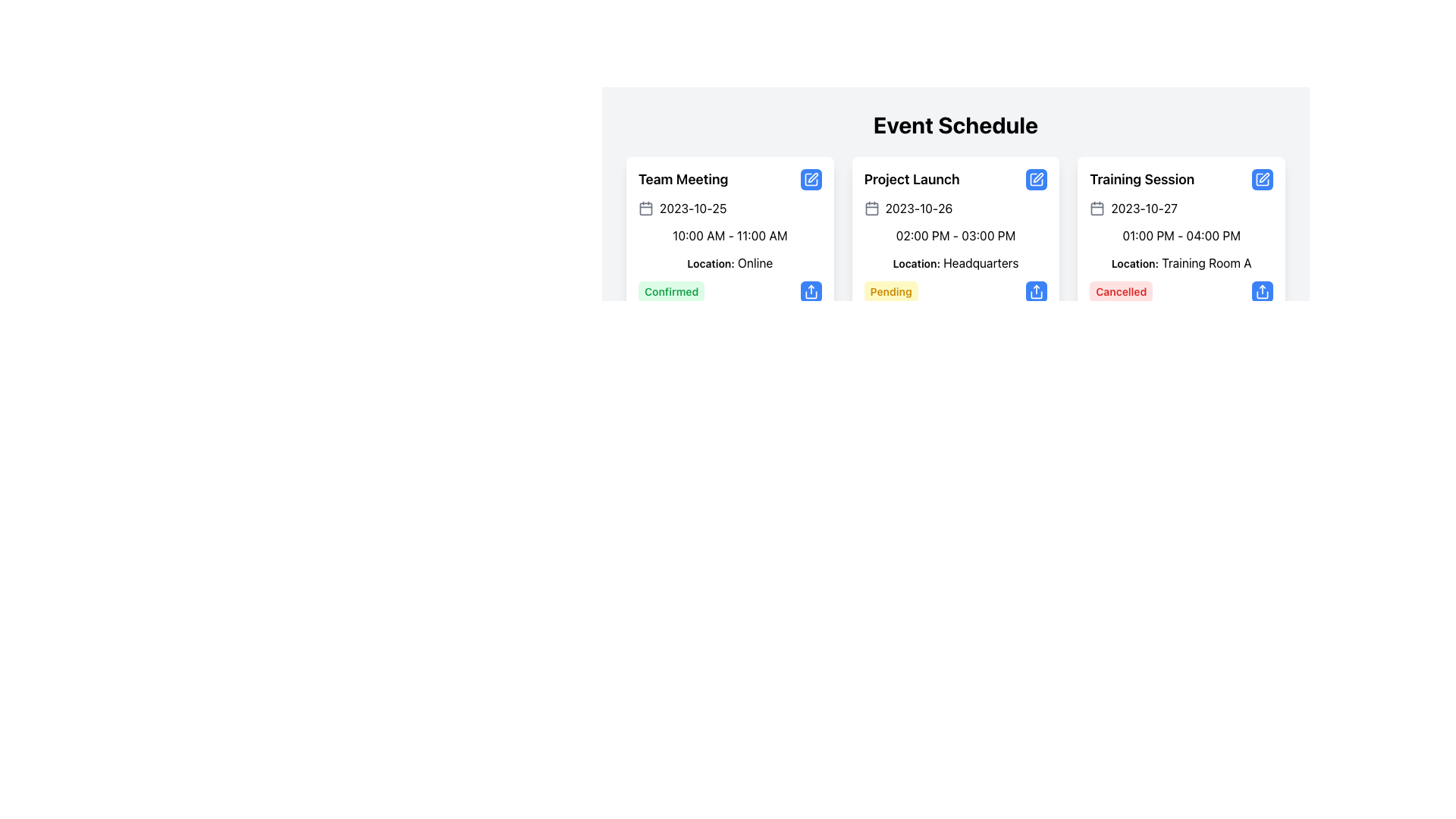 The image size is (1456, 819). I want to click on informational text label located in the bottom half of the 'Training Session' card, specifically under the time range '01:00 PM - 04:00 PM', so click(1181, 262).